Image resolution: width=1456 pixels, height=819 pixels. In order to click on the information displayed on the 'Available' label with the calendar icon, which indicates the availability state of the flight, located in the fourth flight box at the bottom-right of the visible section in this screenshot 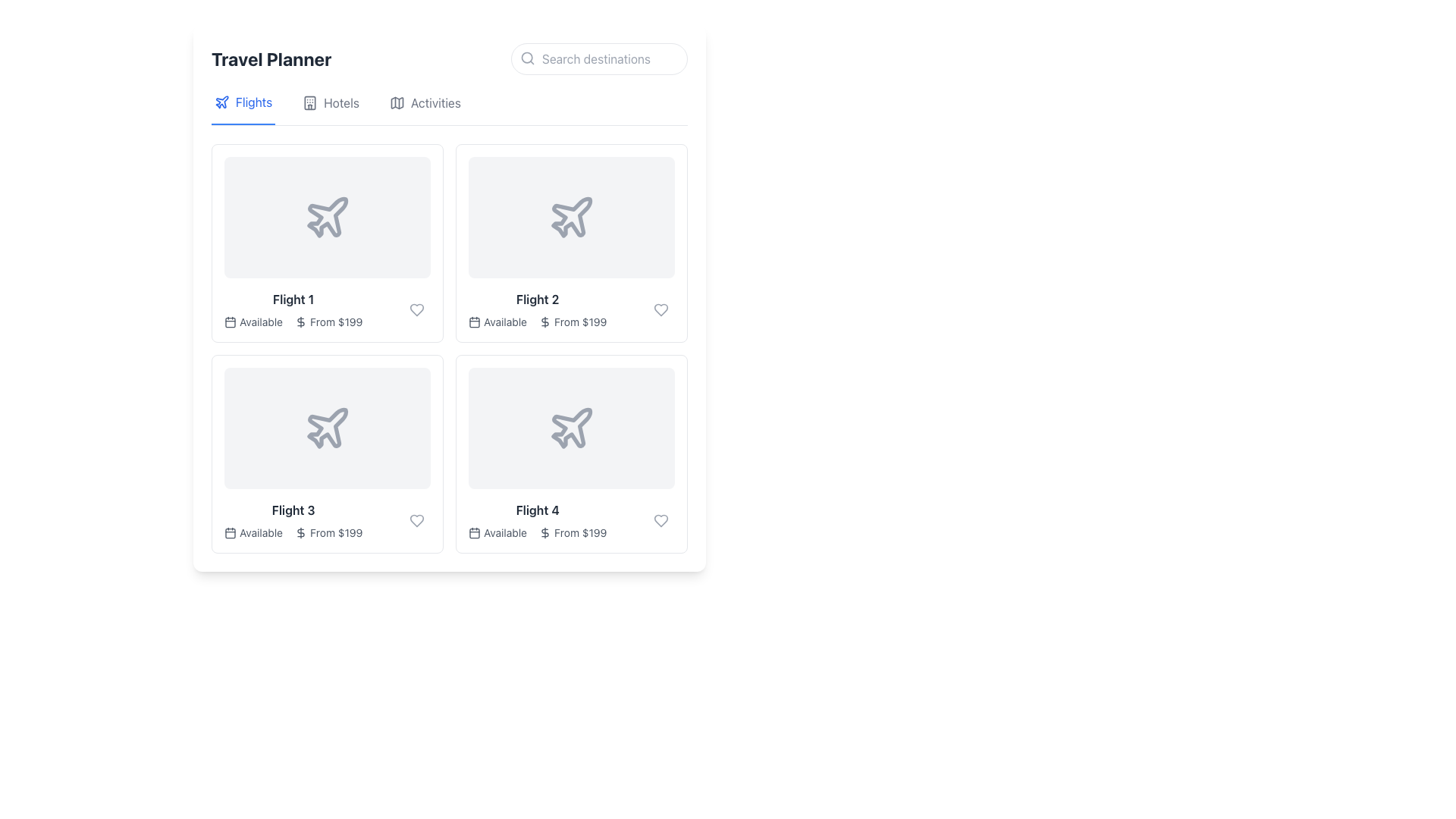, I will do `click(497, 532)`.